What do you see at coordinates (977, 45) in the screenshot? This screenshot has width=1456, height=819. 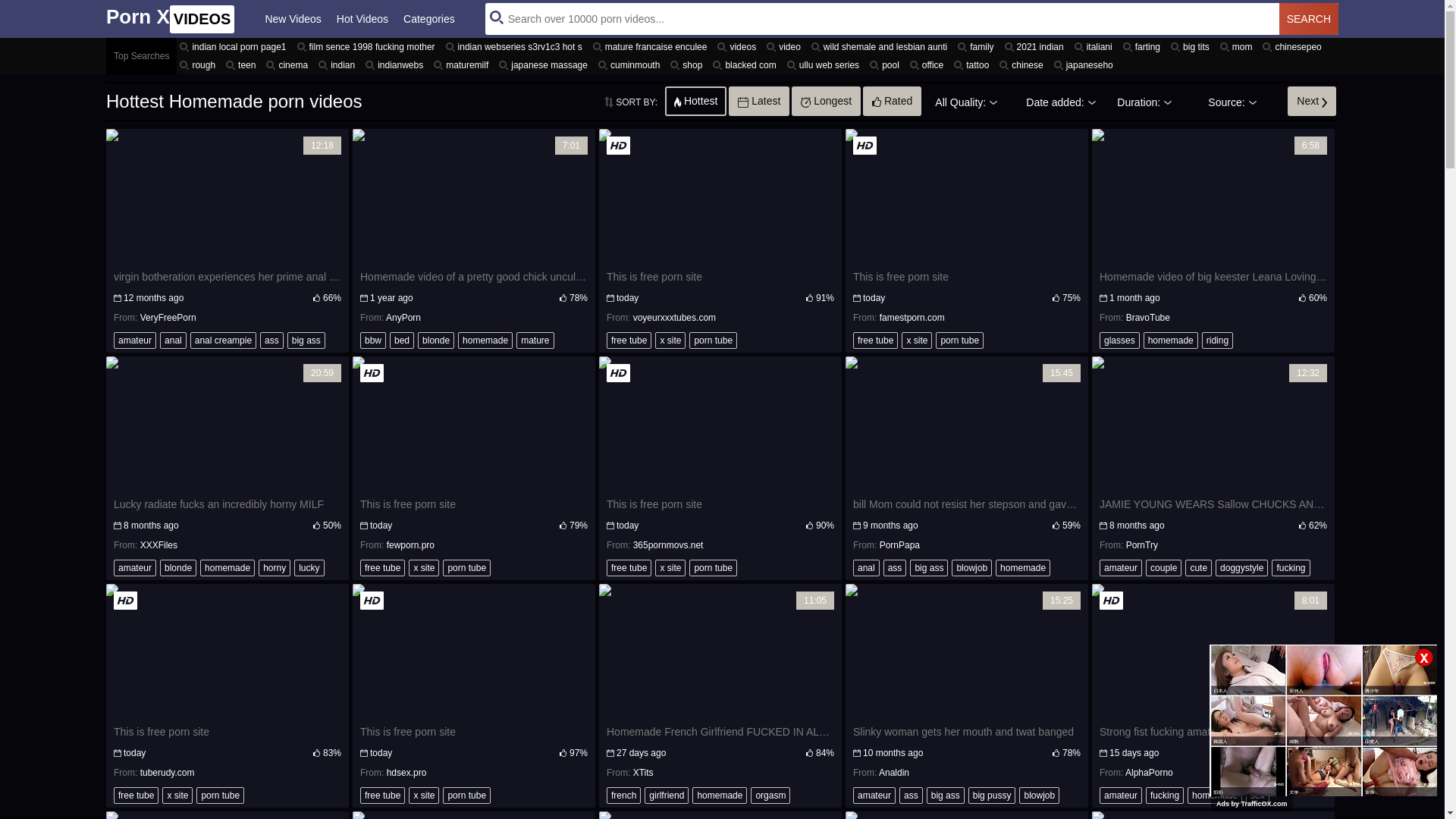 I see `'family'` at bounding box center [977, 45].